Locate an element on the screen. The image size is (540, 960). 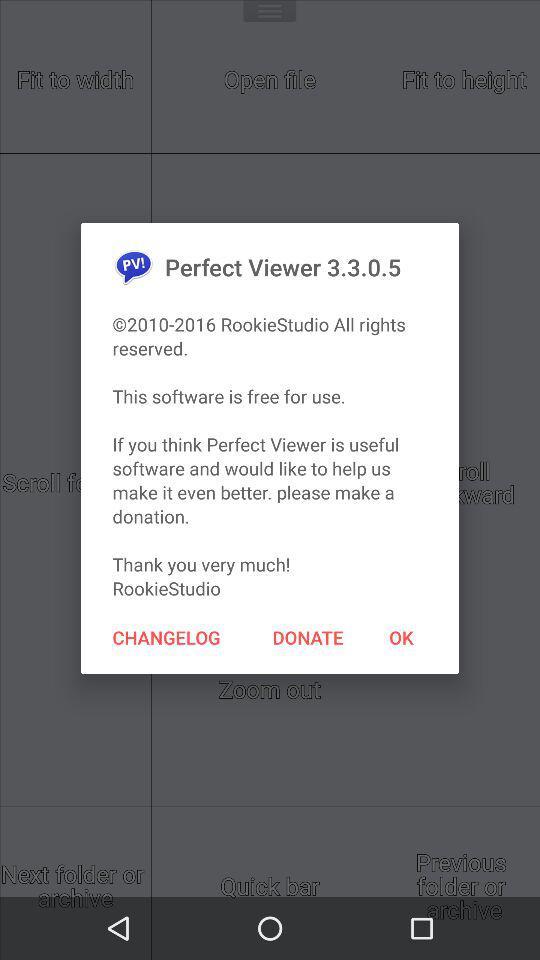
the donate item is located at coordinates (308, 636).